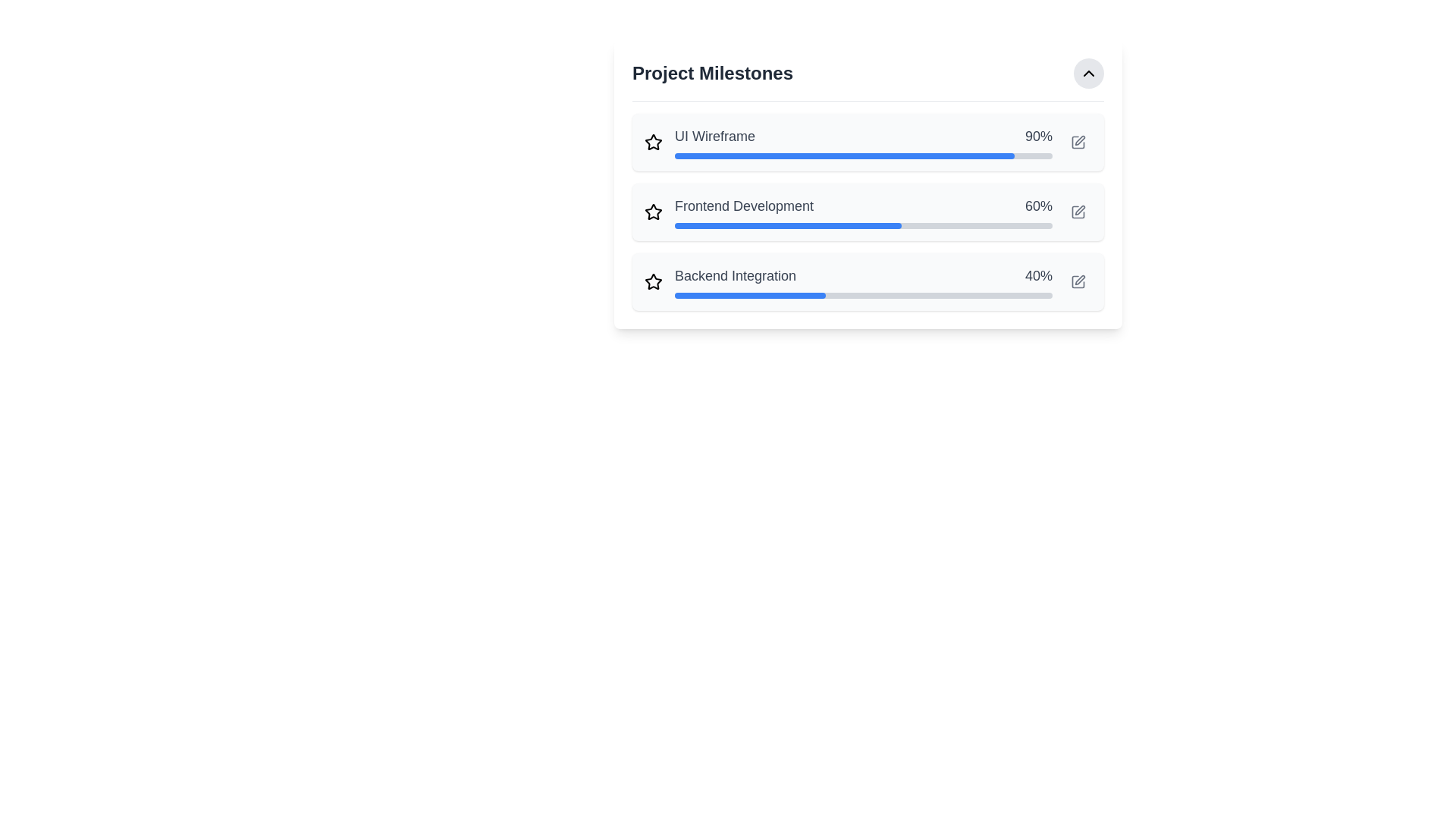  What do you see at coordinates (844, 155) in the screenshot?
I see `the Progress Bar that visually represents the completion progress of the 'UI Wireframe' milestone, located directly below the 'UI Wireframe' text and adjacent to the '90%' label` at bounding box center [844, 155].